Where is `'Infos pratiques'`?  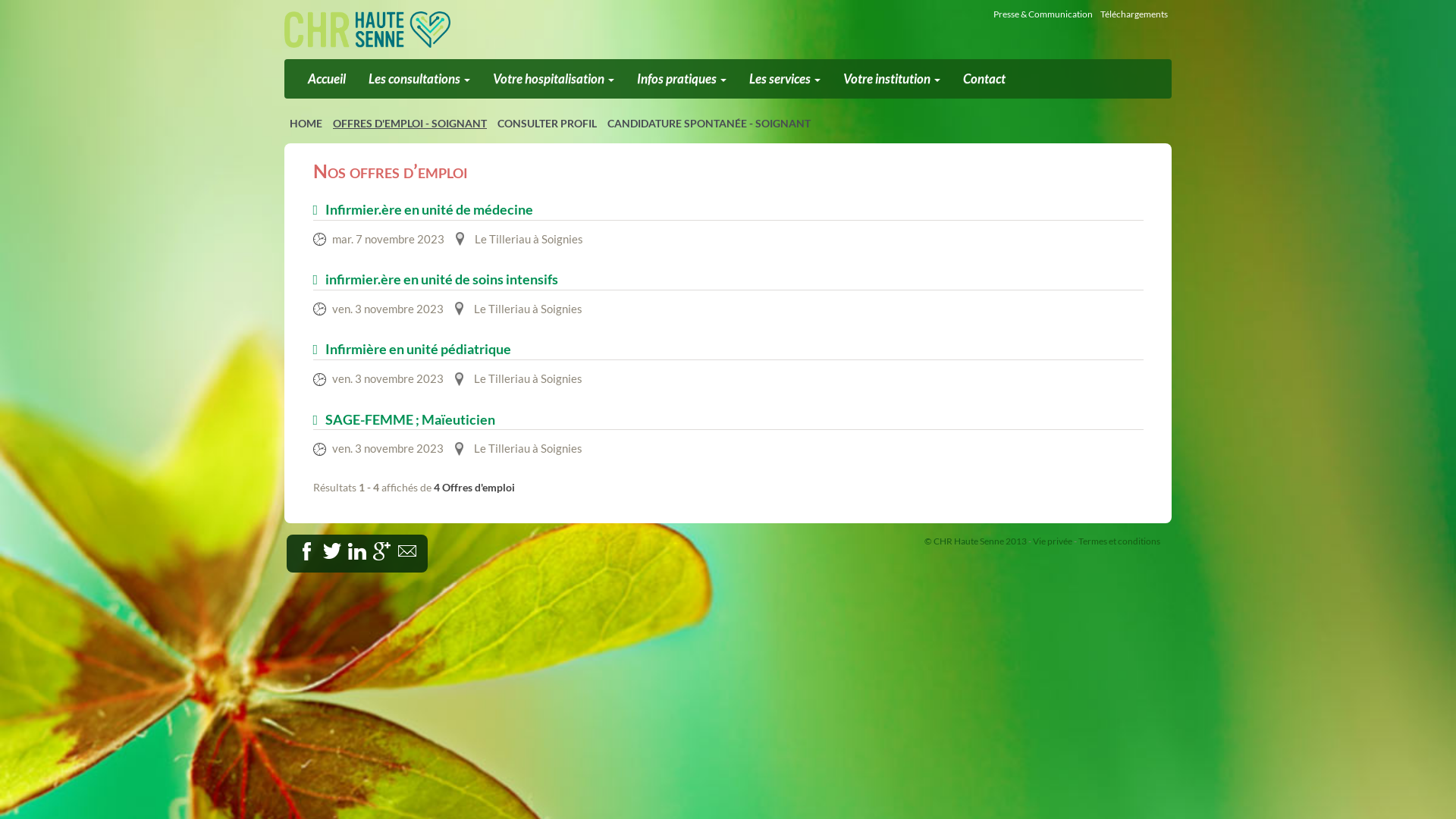
'Infos pratiques' is located at coordinates (680, 79).